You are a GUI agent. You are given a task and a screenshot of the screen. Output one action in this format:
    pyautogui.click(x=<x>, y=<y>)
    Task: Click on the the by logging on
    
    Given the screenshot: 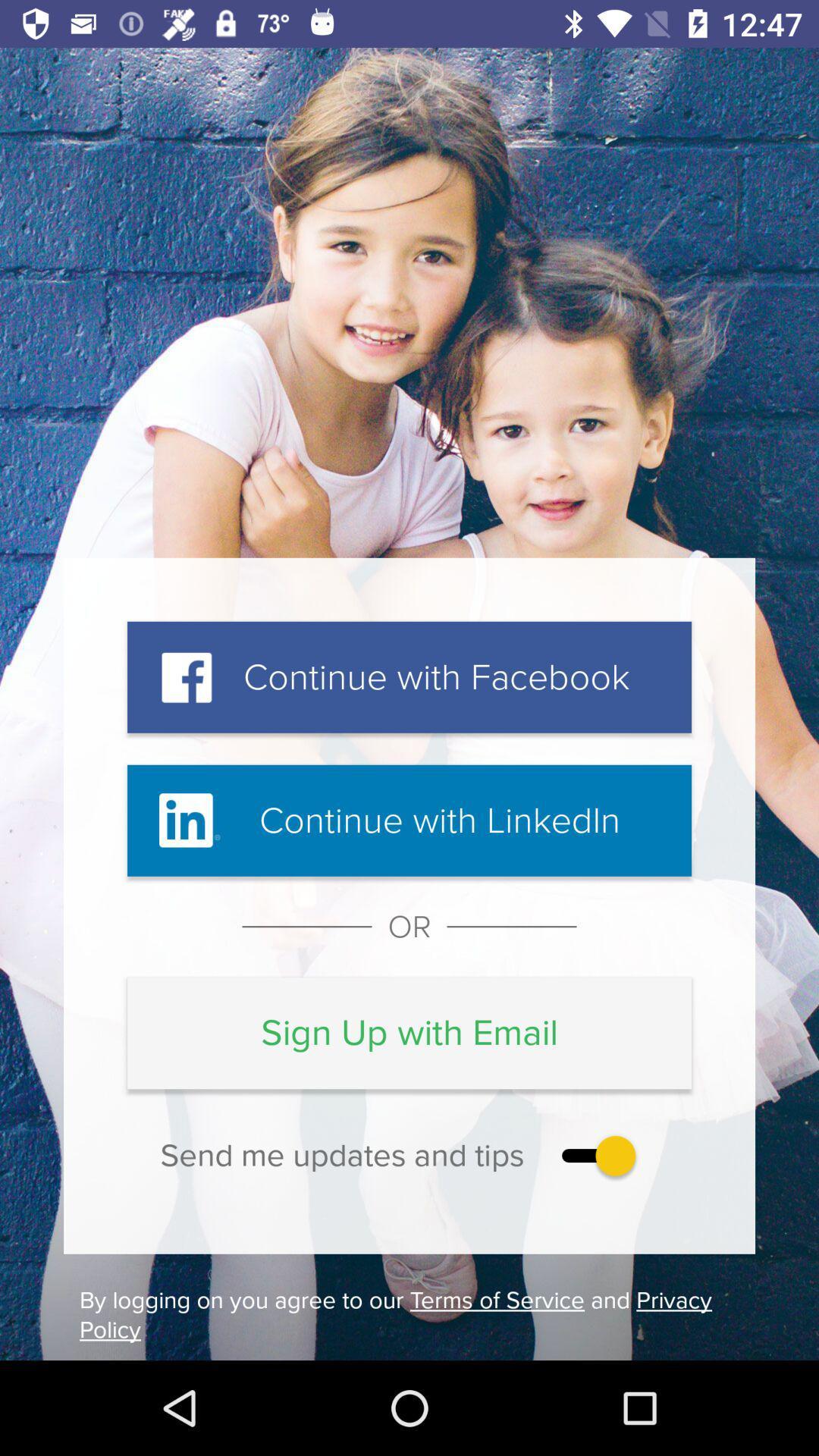 What is the action you would take?
    pyautogui.click(x=409, y=1314)
    